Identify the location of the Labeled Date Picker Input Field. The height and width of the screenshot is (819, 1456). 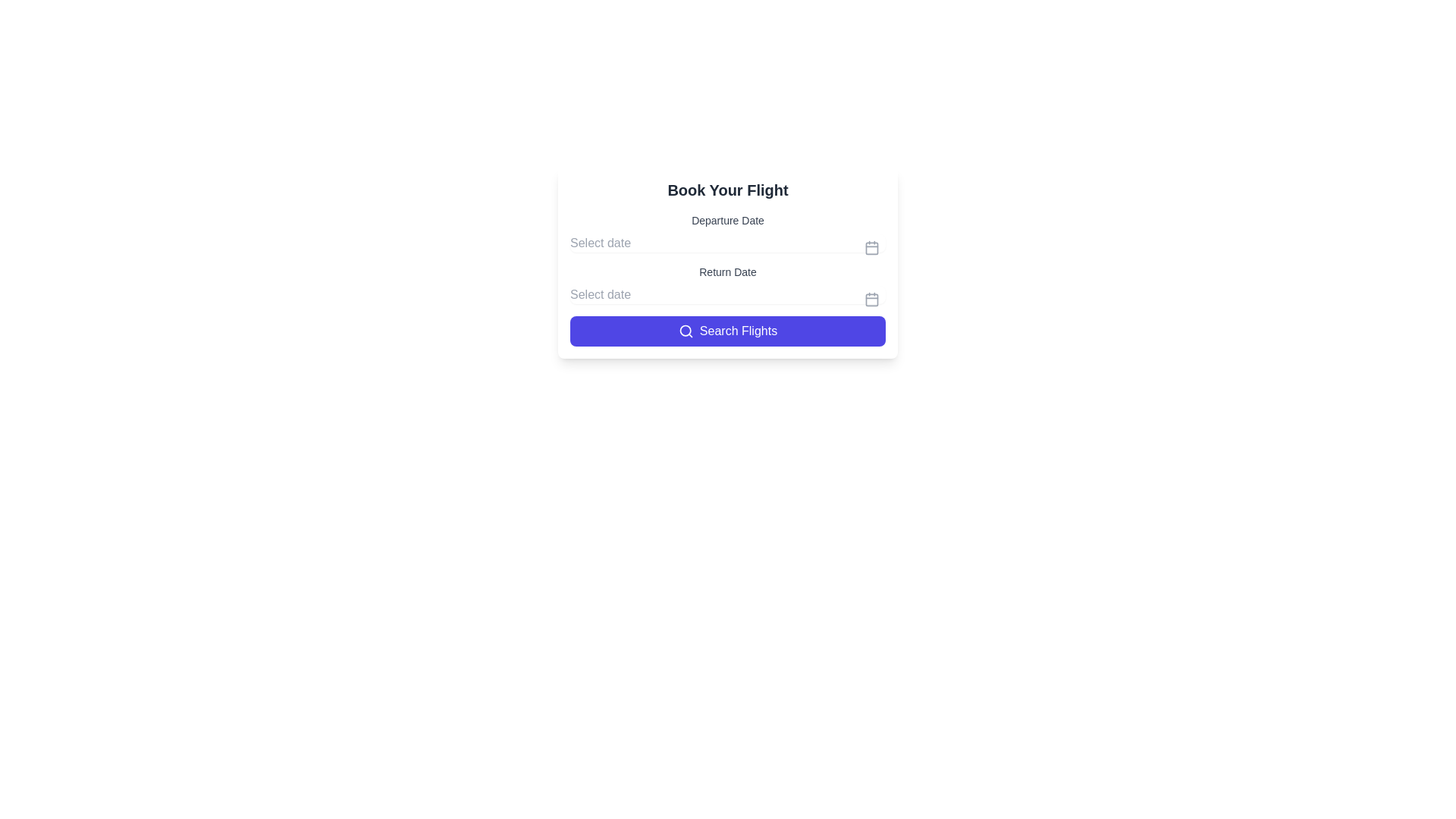
(728, 284).